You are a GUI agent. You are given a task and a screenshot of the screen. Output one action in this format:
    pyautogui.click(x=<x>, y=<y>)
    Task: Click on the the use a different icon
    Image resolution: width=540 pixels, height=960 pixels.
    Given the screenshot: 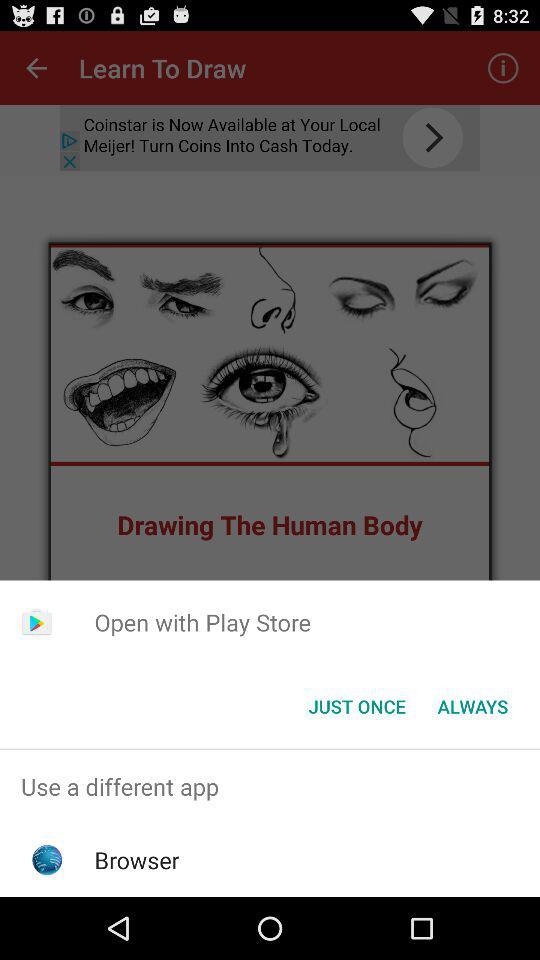 What is the action you would take?
    pyautogui.click(x=270, y=786)
    